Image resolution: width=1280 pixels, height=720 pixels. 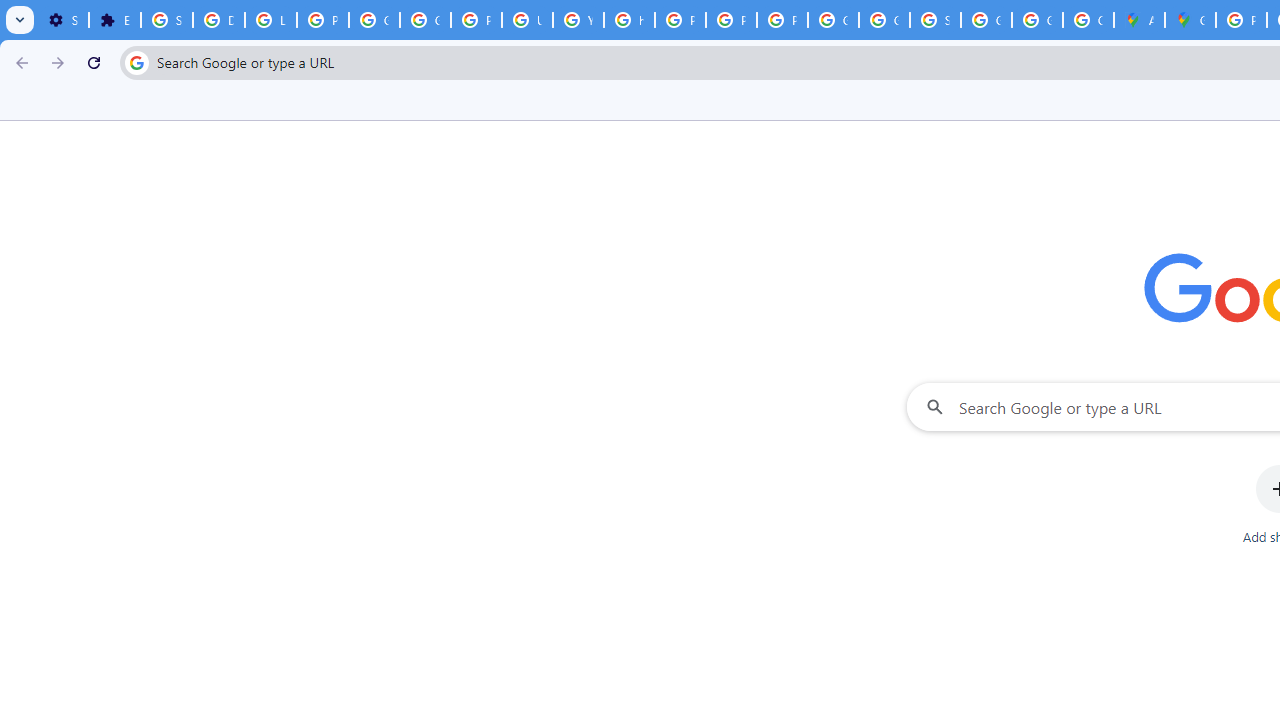 I want to click on 'Google Account Help', so click(x=375, y=20).